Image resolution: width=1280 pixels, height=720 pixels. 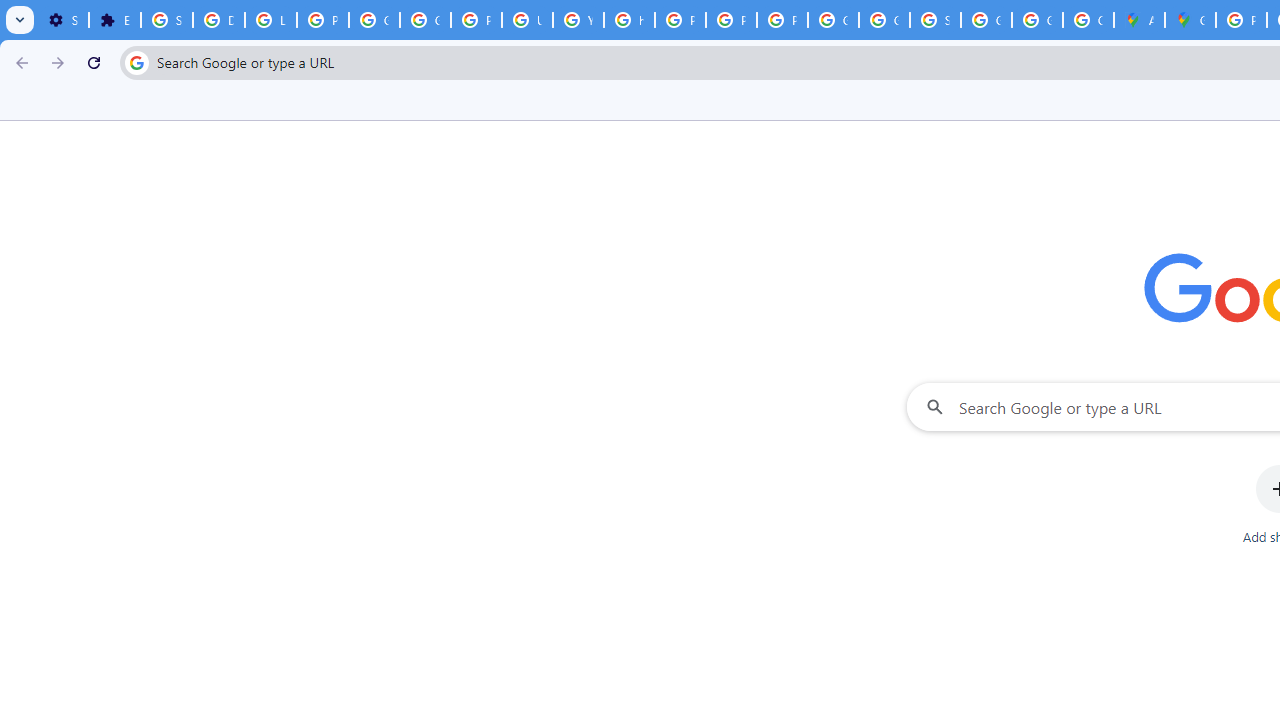 I want to click on 'Google Account Help', so click(x=375, y=20).